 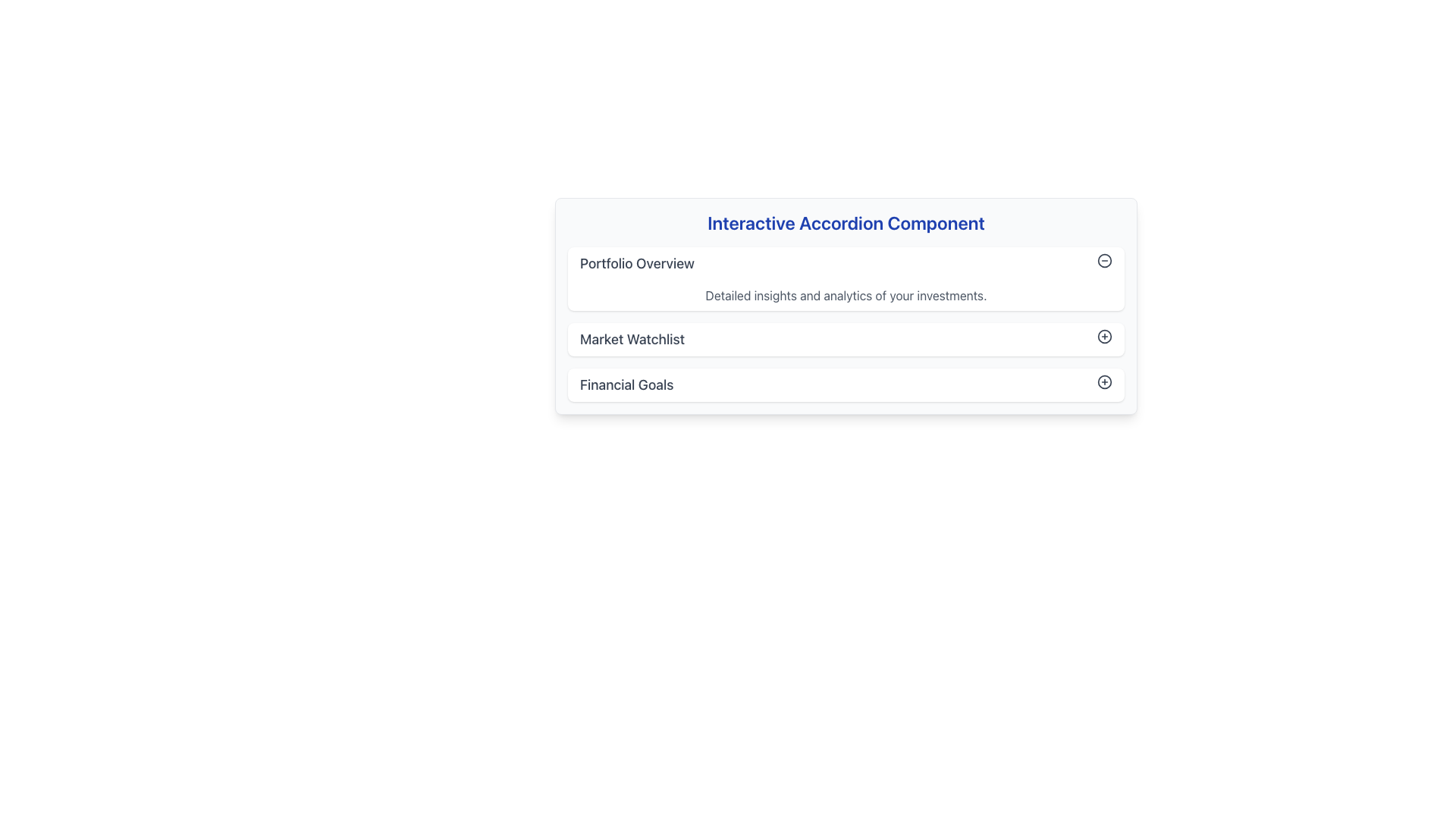 What do you see at coordinates (1105, 335) in the screenshot?
I see `the circular shape that represents the outer boundary of the 'plus' icon, which is part of the interactive controls aligned to the right of the 'Market Watchlist' label` at bounding box center [1105, 335].